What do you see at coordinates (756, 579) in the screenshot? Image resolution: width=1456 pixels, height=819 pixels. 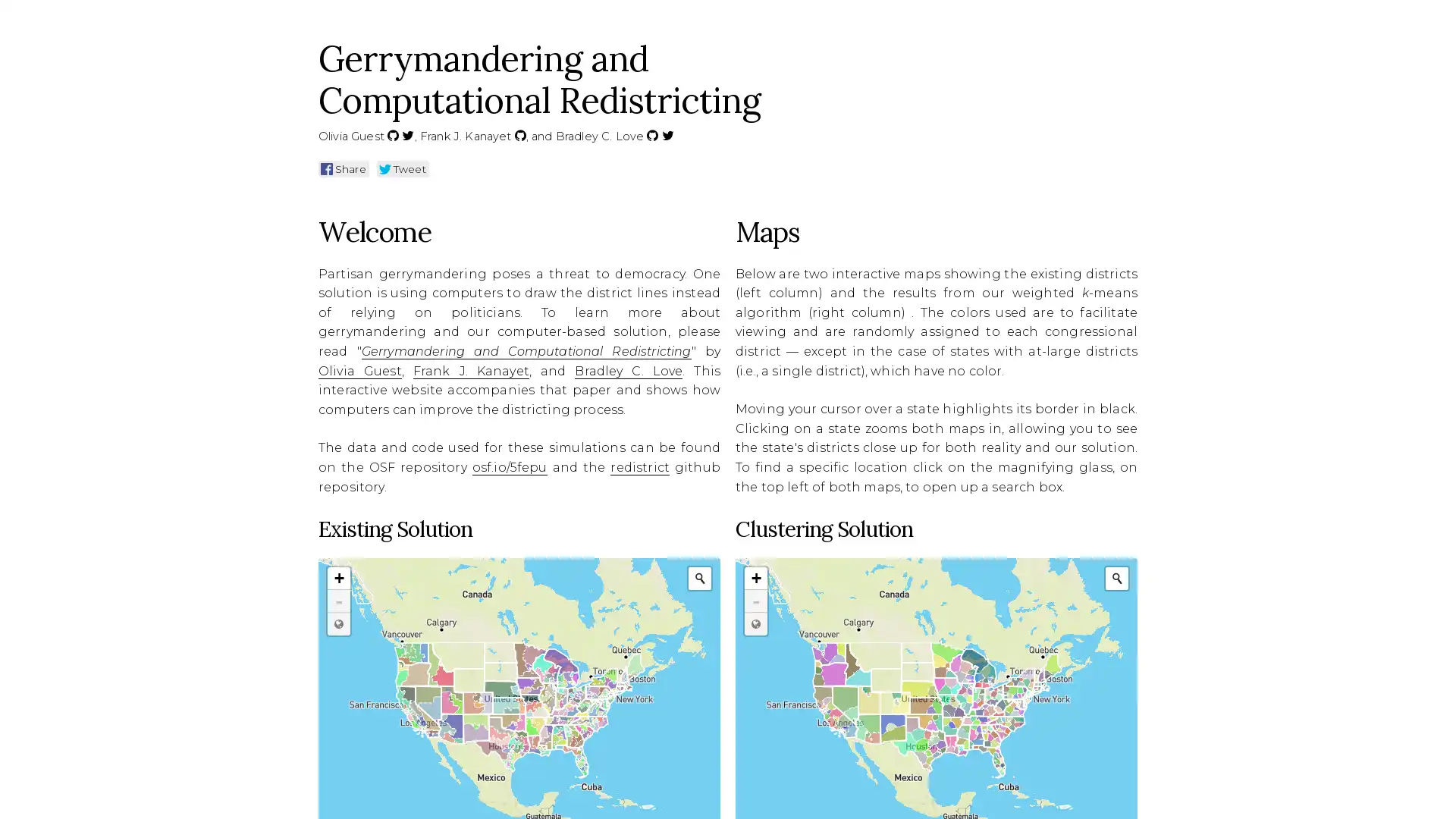 I see `Zoom in` at bounding box center [756, 579].